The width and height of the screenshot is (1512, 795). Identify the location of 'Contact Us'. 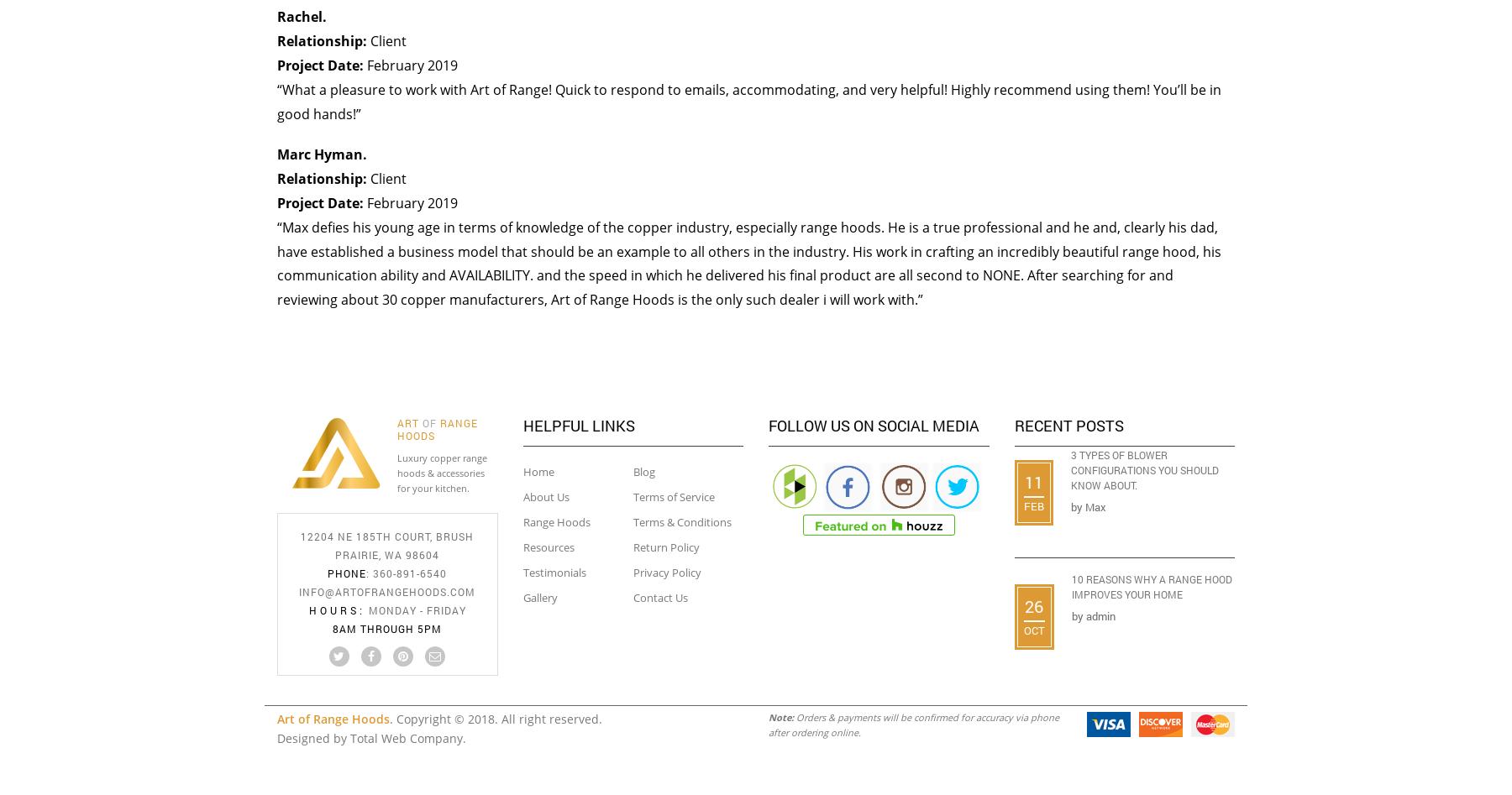
(659, 596).